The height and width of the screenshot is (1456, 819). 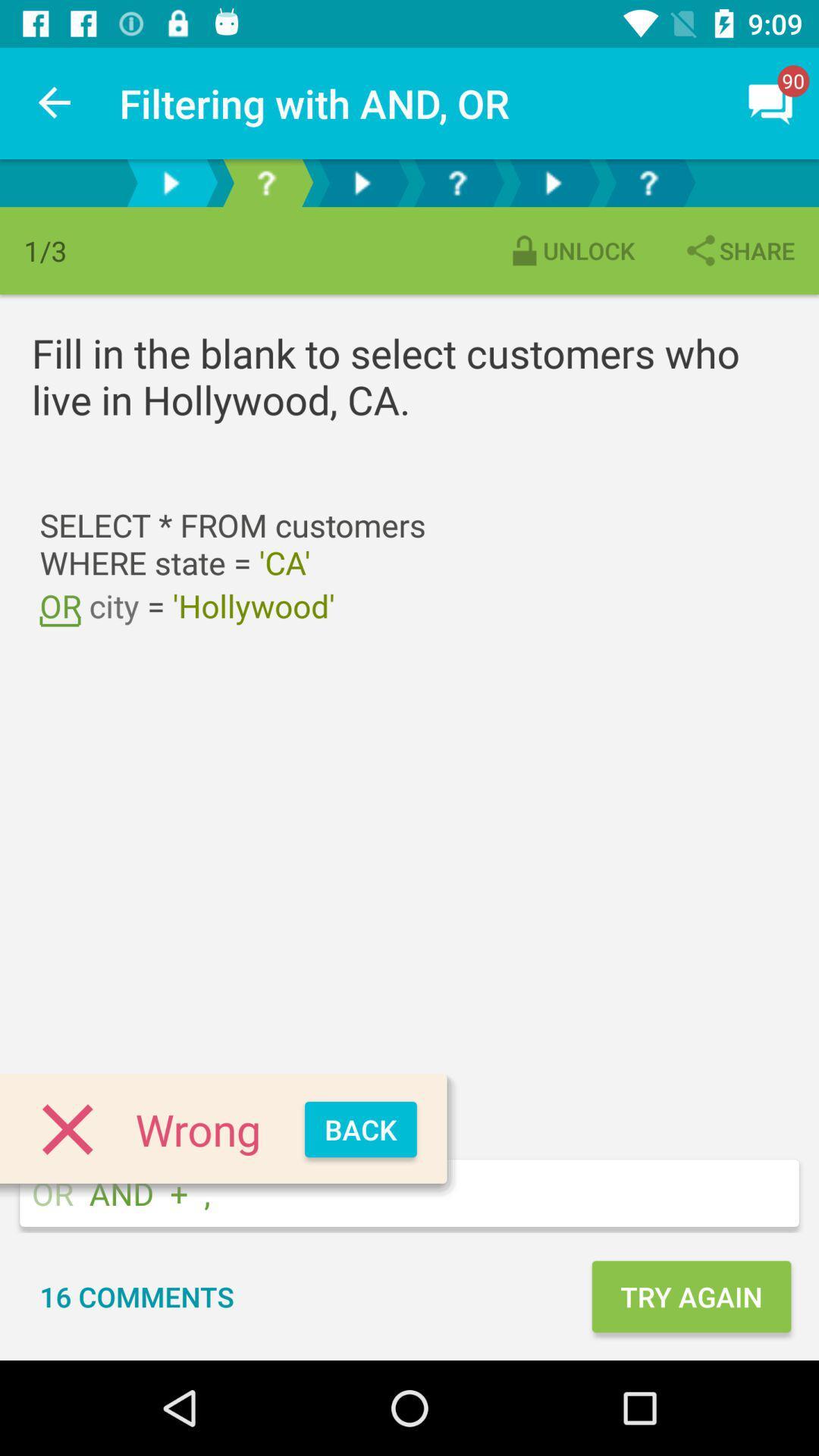 What do you see at coordinates (360, 1129) in the screenshot?
I see `the item to the right of the wrong icon` at bounding box center [360, 1129].